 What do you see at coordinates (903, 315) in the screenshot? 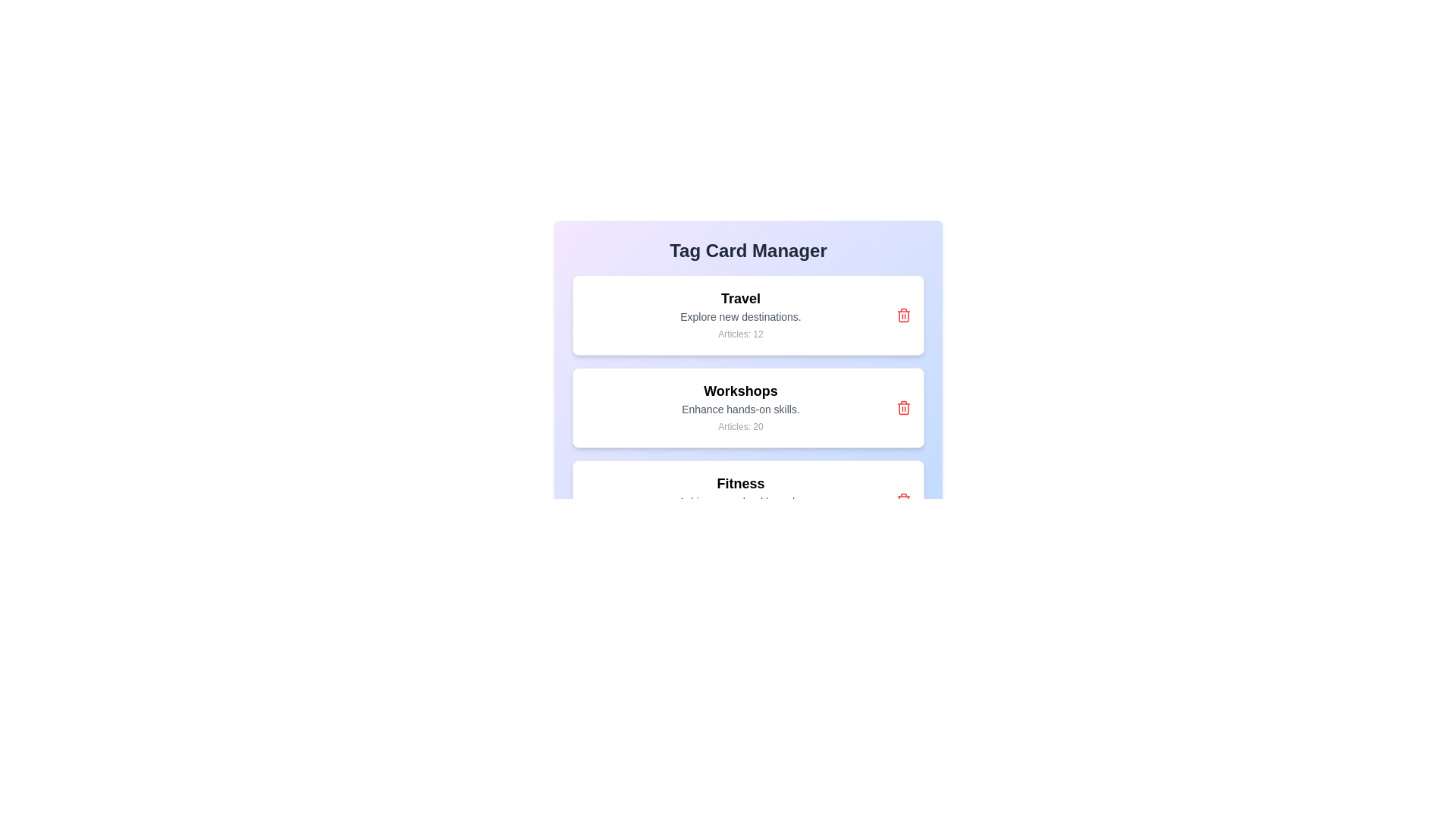
I see `delete button for the tag labeled Travel` at bounding box center [903, 315].